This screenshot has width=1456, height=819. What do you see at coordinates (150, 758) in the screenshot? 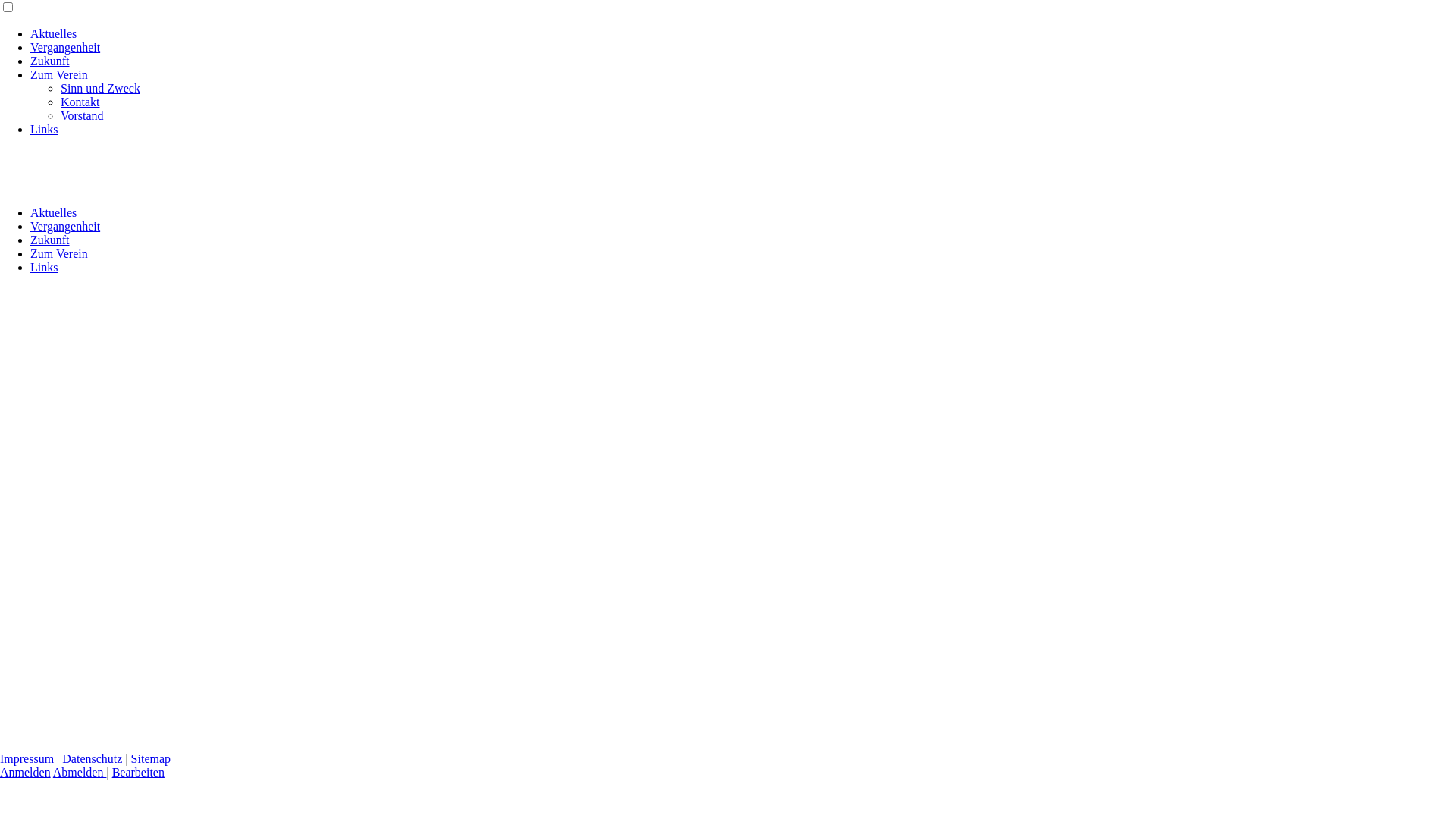
I see `'Sitemap'` at bounding box center [150, 758].